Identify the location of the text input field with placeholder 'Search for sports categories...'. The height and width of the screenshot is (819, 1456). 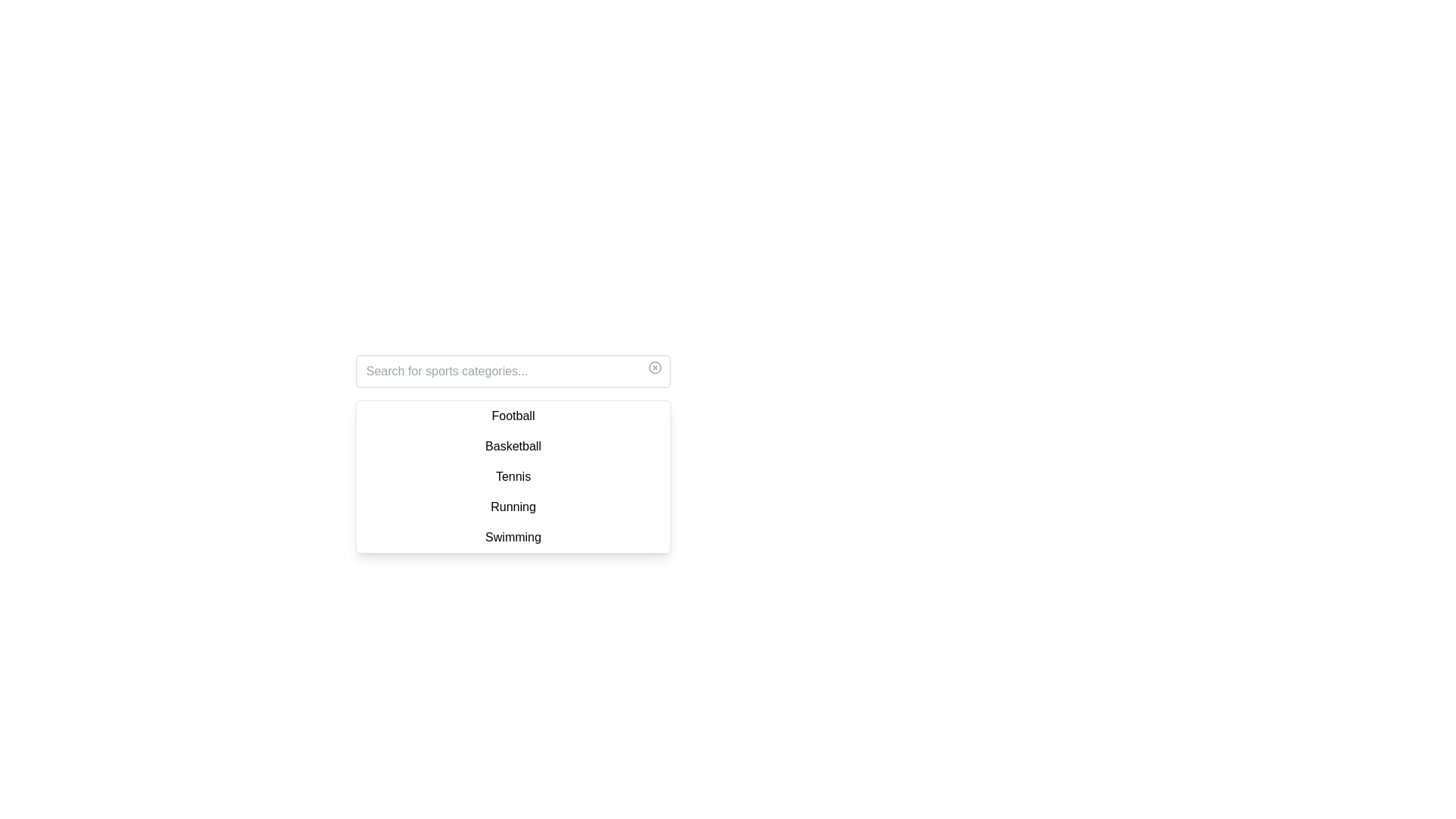
(513, 371).